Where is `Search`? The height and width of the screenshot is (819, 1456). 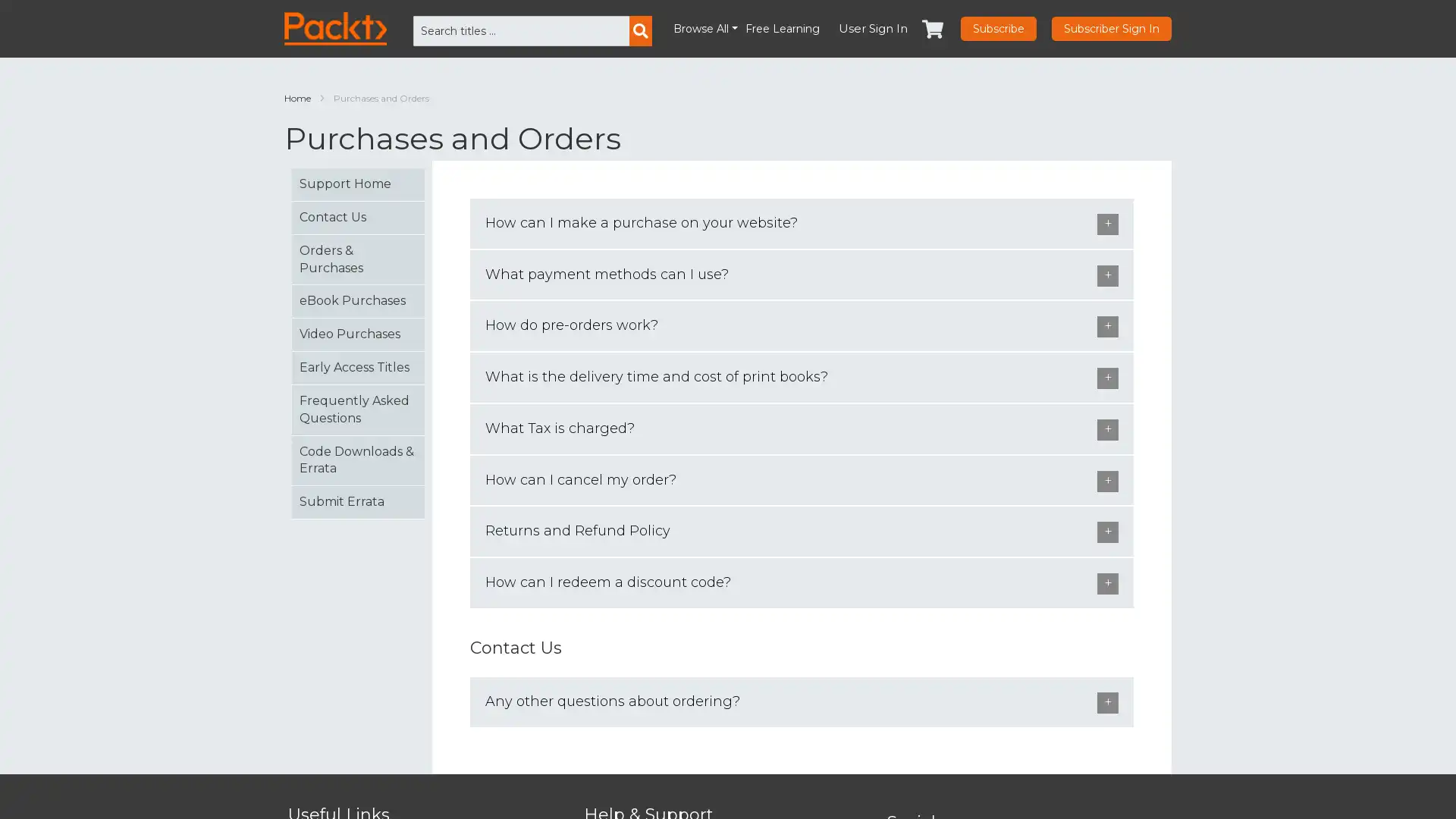
Search is located at coordinates (640, 31).